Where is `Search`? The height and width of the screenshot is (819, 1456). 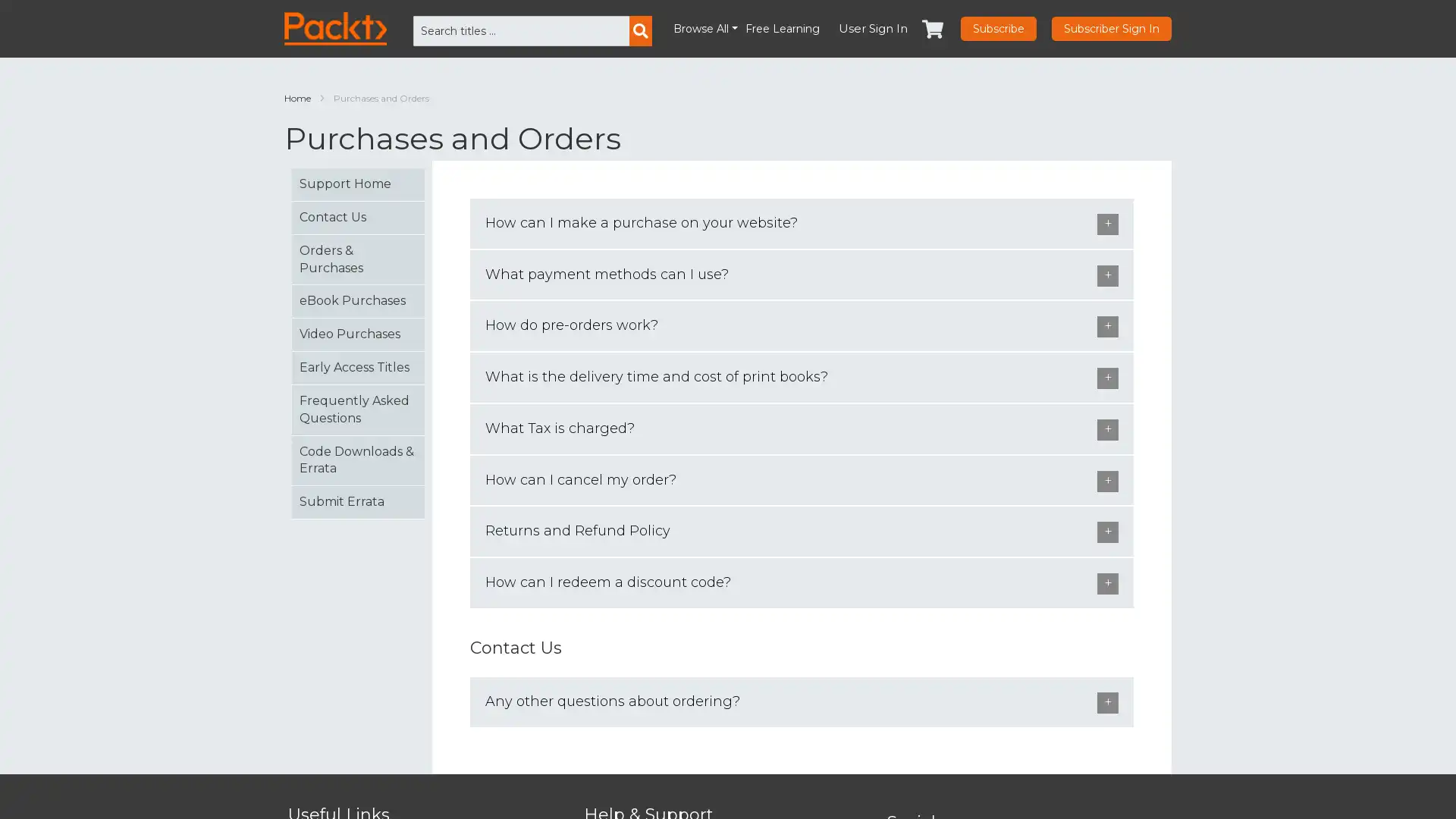
Search is located at coordinates (640, 31).